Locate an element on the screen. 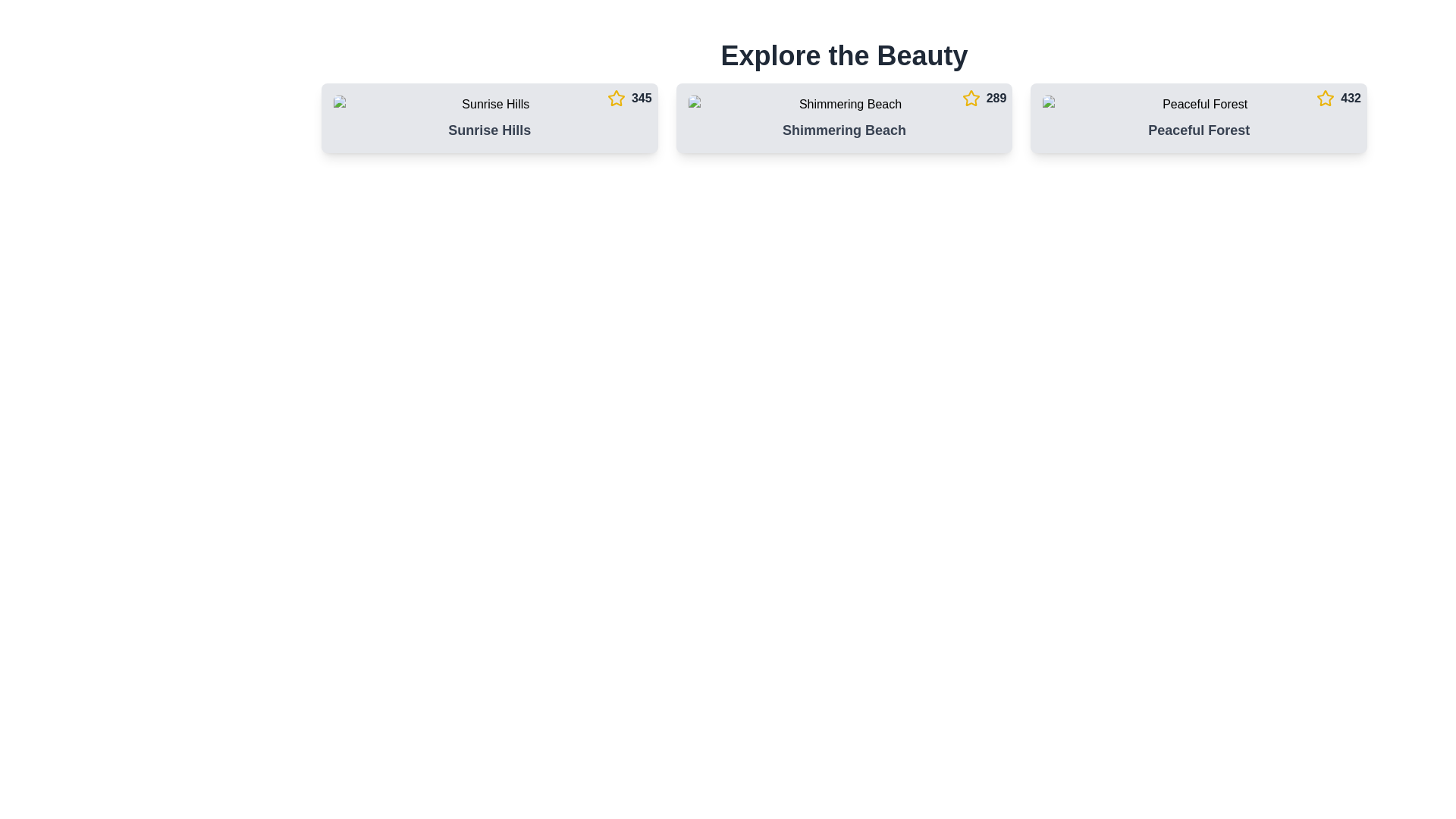 The image size is (1456, 819). the star icon in the upper right corner of the 'Peaceful Forest' card is located at coordinates (1325, 99).